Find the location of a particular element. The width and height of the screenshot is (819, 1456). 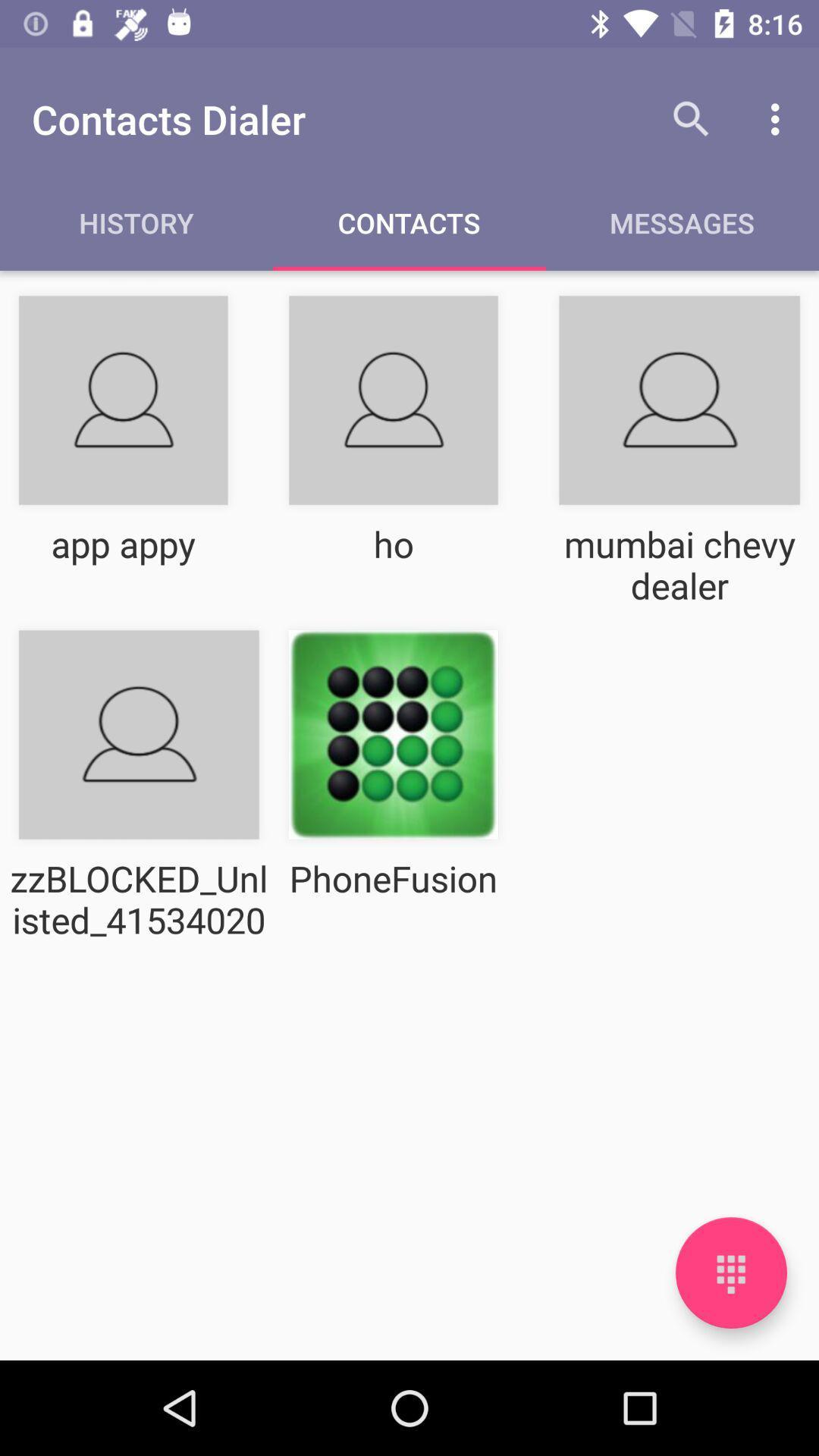

the icon to the right of contacts dialer item is located at coordinates (691, 118).